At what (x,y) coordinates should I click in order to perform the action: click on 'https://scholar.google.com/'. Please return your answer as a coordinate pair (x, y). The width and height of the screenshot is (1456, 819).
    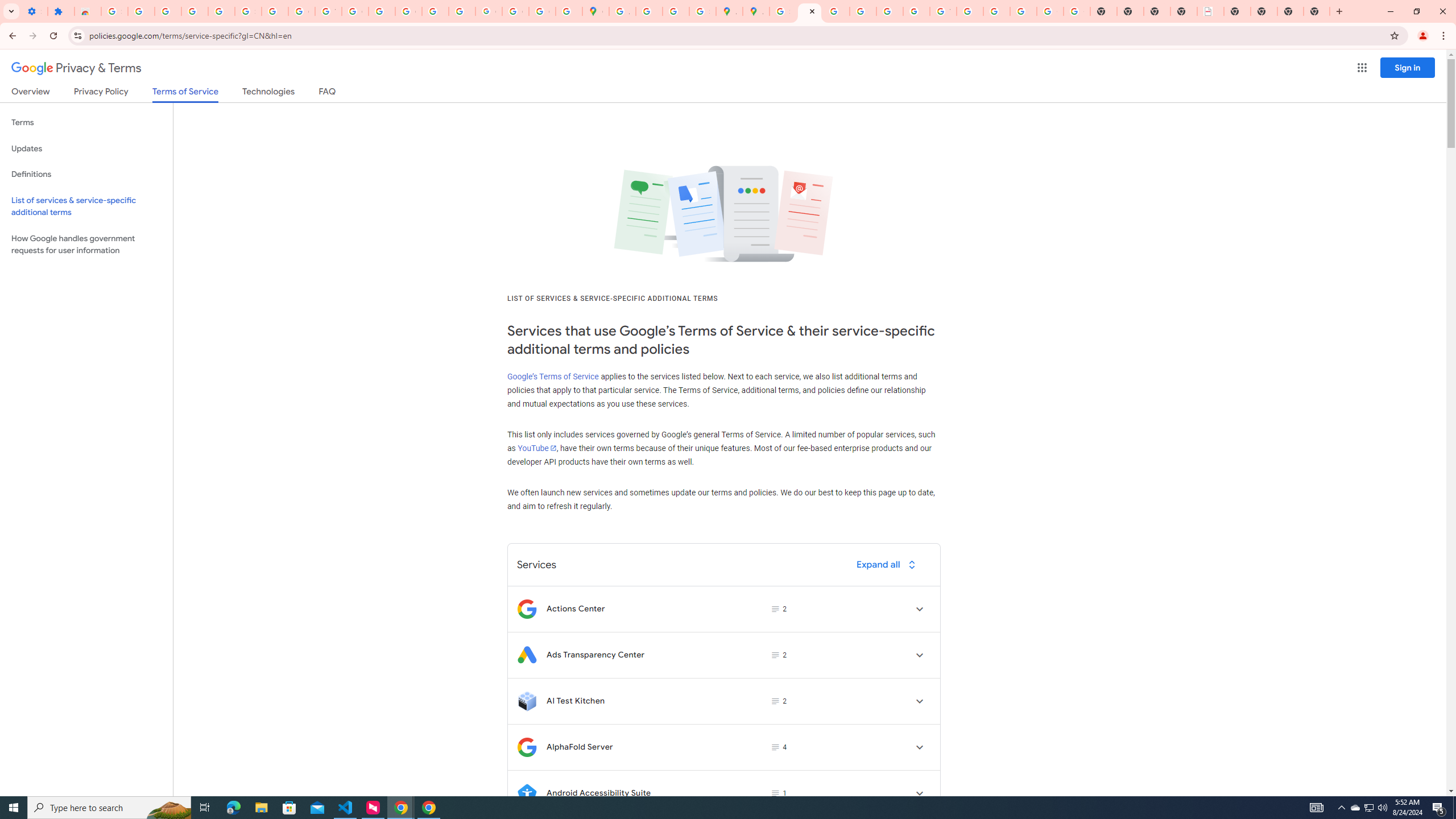
    Looking at the image, I should click on (382, 11).